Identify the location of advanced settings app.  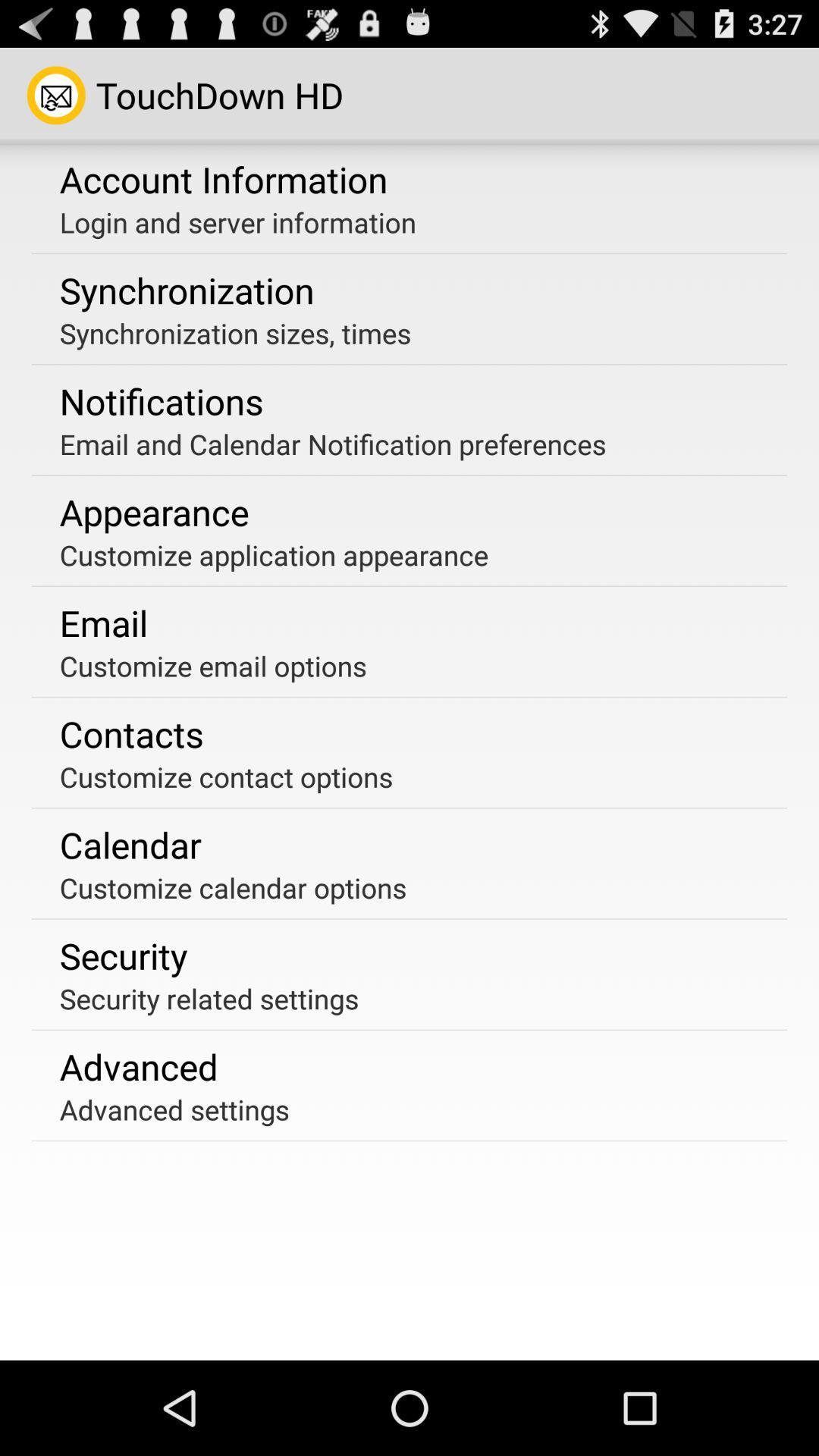
(174, 1109).